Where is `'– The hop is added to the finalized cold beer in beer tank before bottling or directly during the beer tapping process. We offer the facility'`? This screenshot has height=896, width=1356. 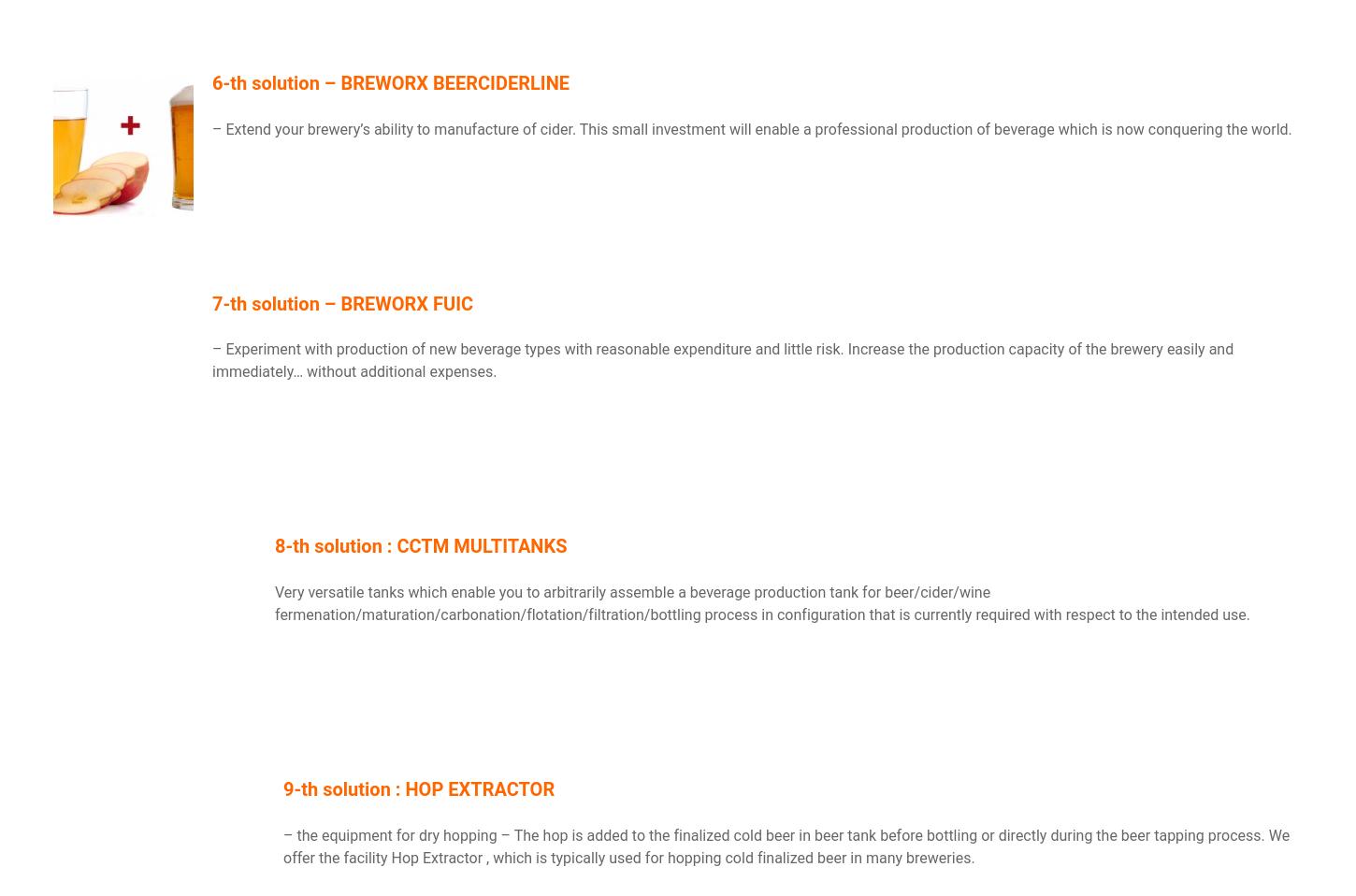 '– The hop is added to the finalized cold beer in beer tank before bottling or directly during the beer tapping process. We offer the facility' is located at coordinates (786, 845).